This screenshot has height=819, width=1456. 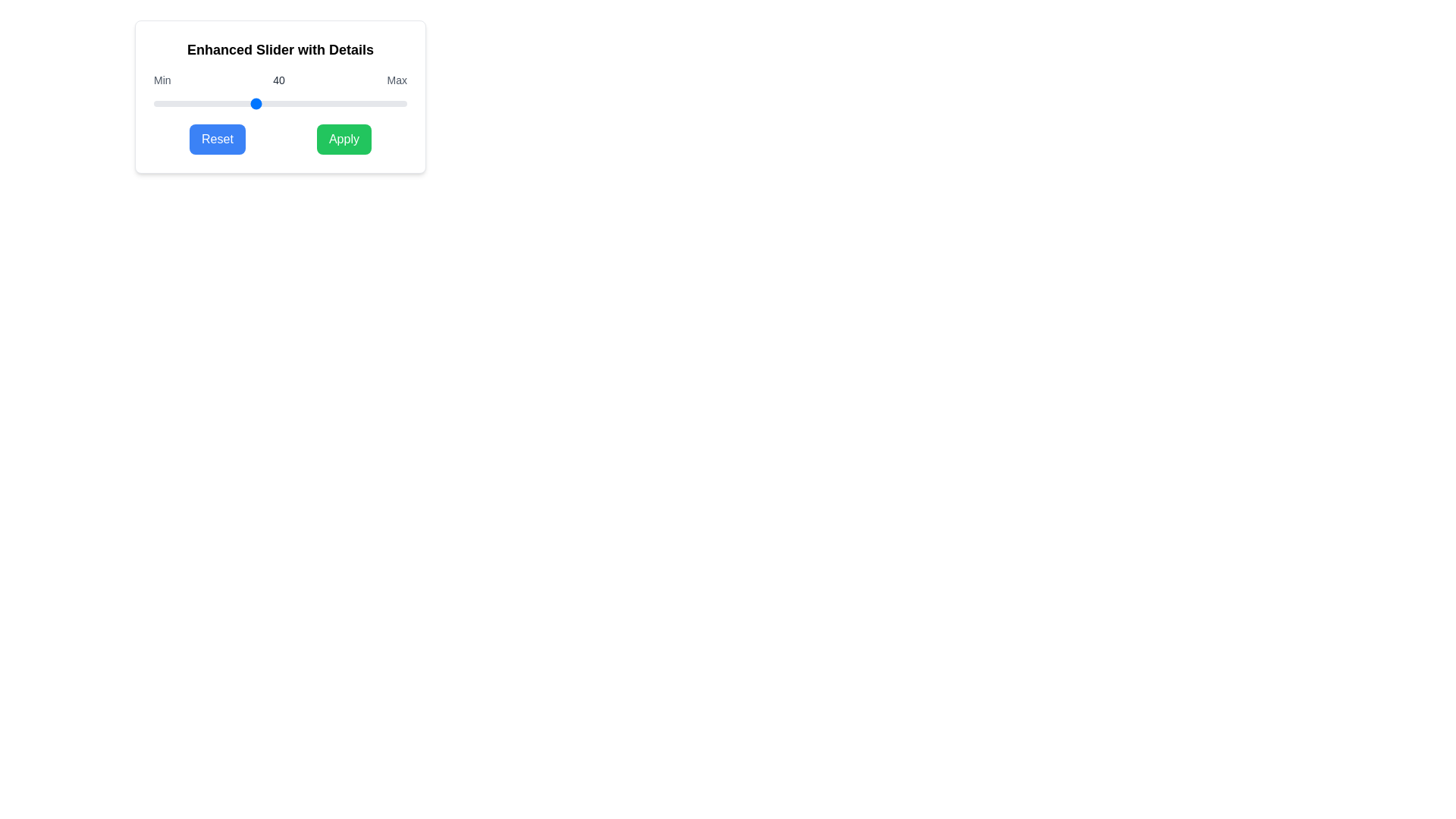 What do you see at coordinates (312, 103) in the screenshot?
I see `the slider` at bounding box center [312, 103].